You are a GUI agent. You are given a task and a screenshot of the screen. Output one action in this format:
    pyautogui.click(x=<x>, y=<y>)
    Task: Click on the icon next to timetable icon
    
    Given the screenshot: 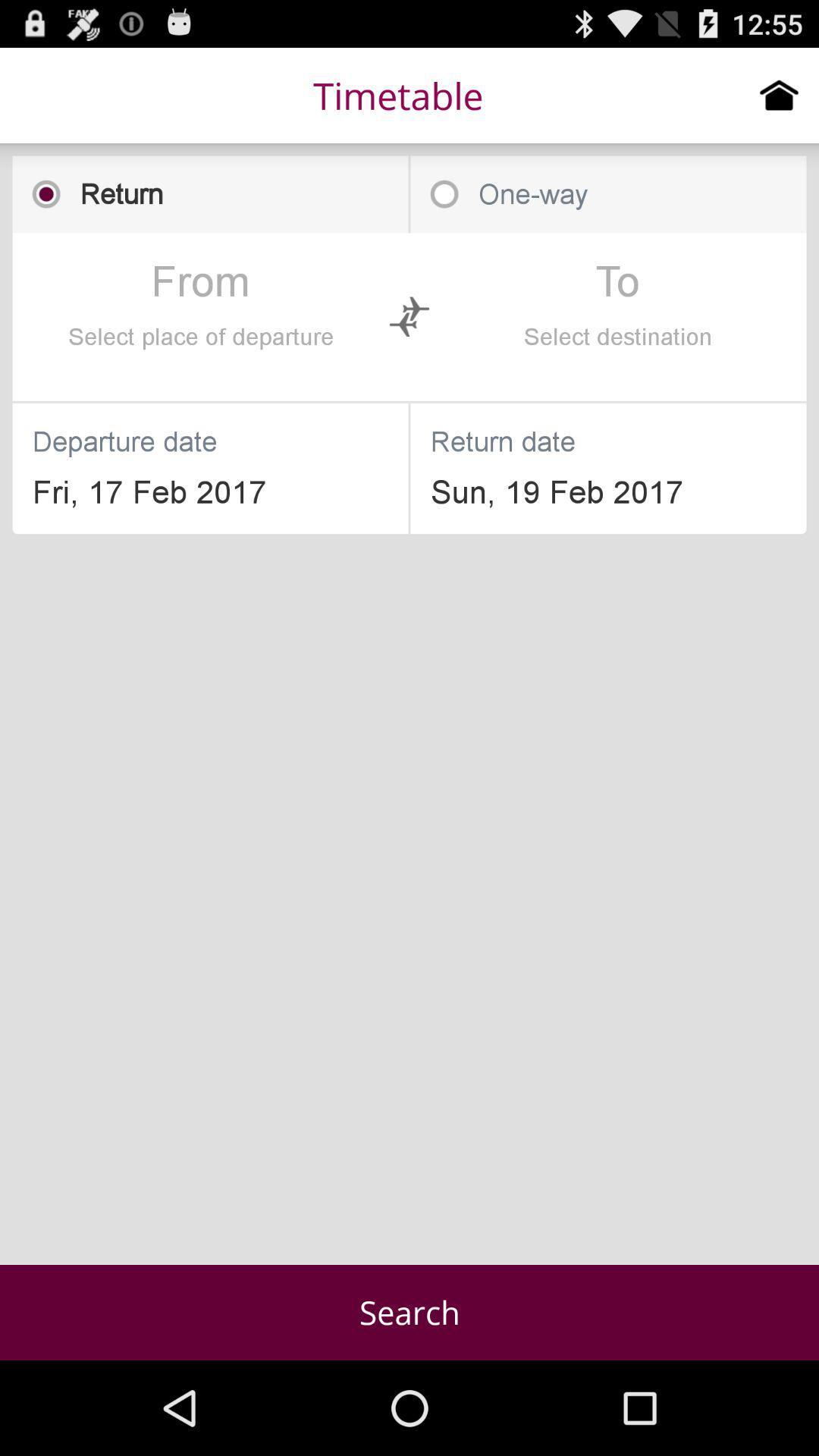 What is the action you would take?
    pyautogui.click(x=779, y=94)
    